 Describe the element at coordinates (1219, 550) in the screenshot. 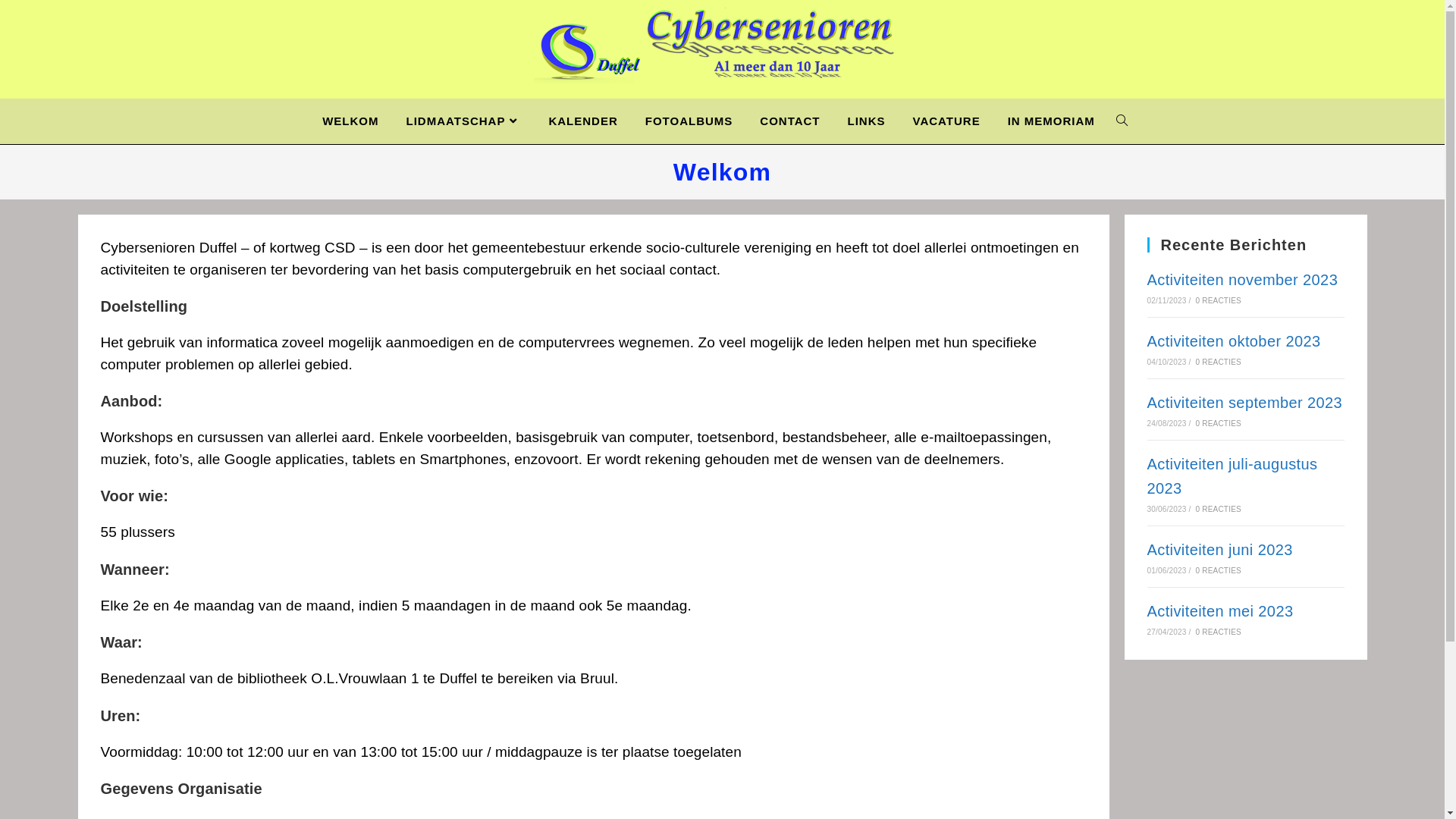

I see `'Activiteiten juni 2023'` at that location.